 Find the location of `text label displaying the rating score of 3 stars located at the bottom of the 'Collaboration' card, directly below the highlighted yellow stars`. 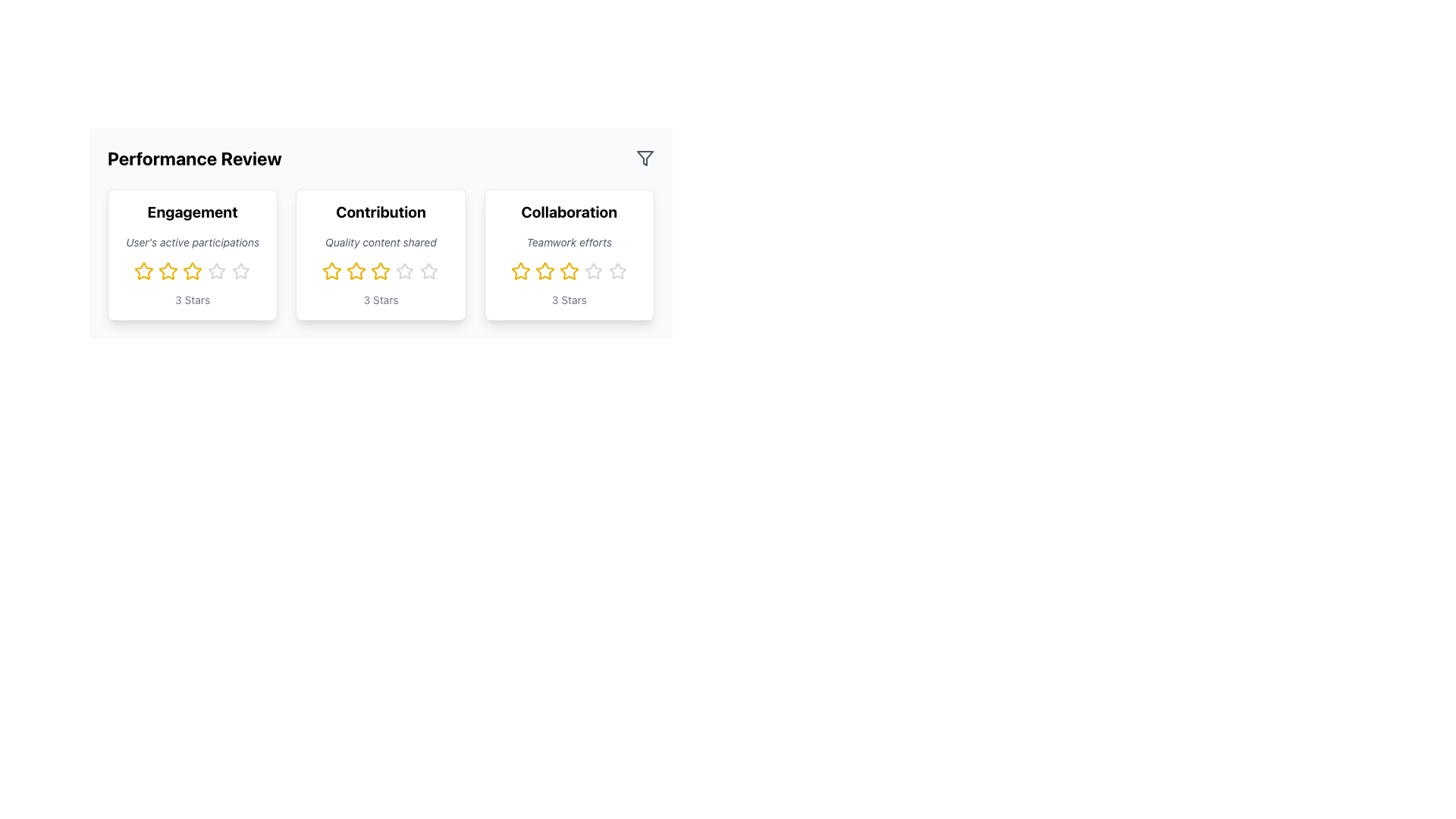

text label displaying the rating score of 3 stars located at the bottom of the 'Collaboration' card, directly below the highlighted yellow stars is located at coordinates (568, 300).